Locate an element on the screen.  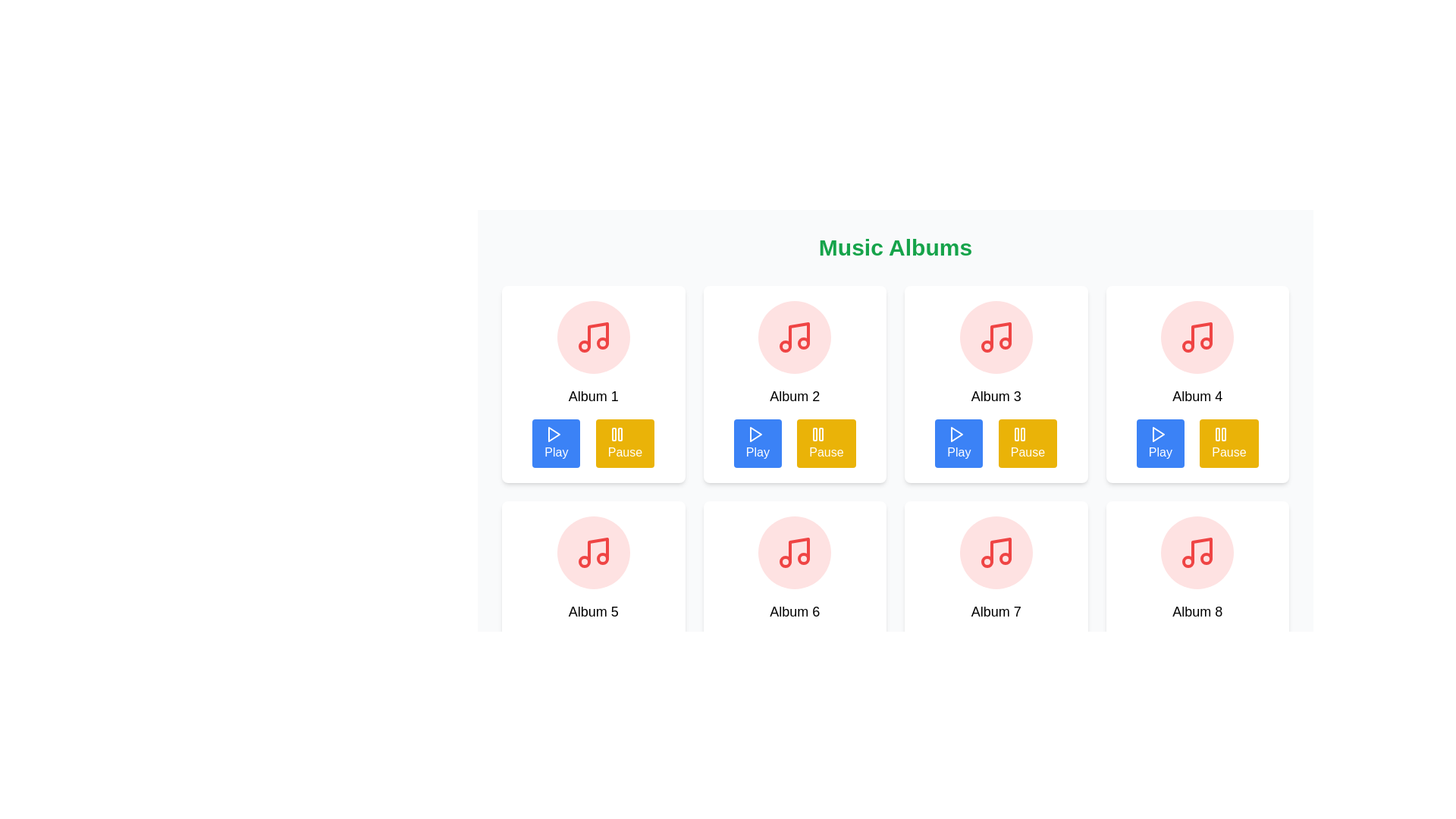
the textual label displaying 'Album 4' which is in bold font style and located in the fourth position of the album grid layout is located at coordinates (1197, 396).